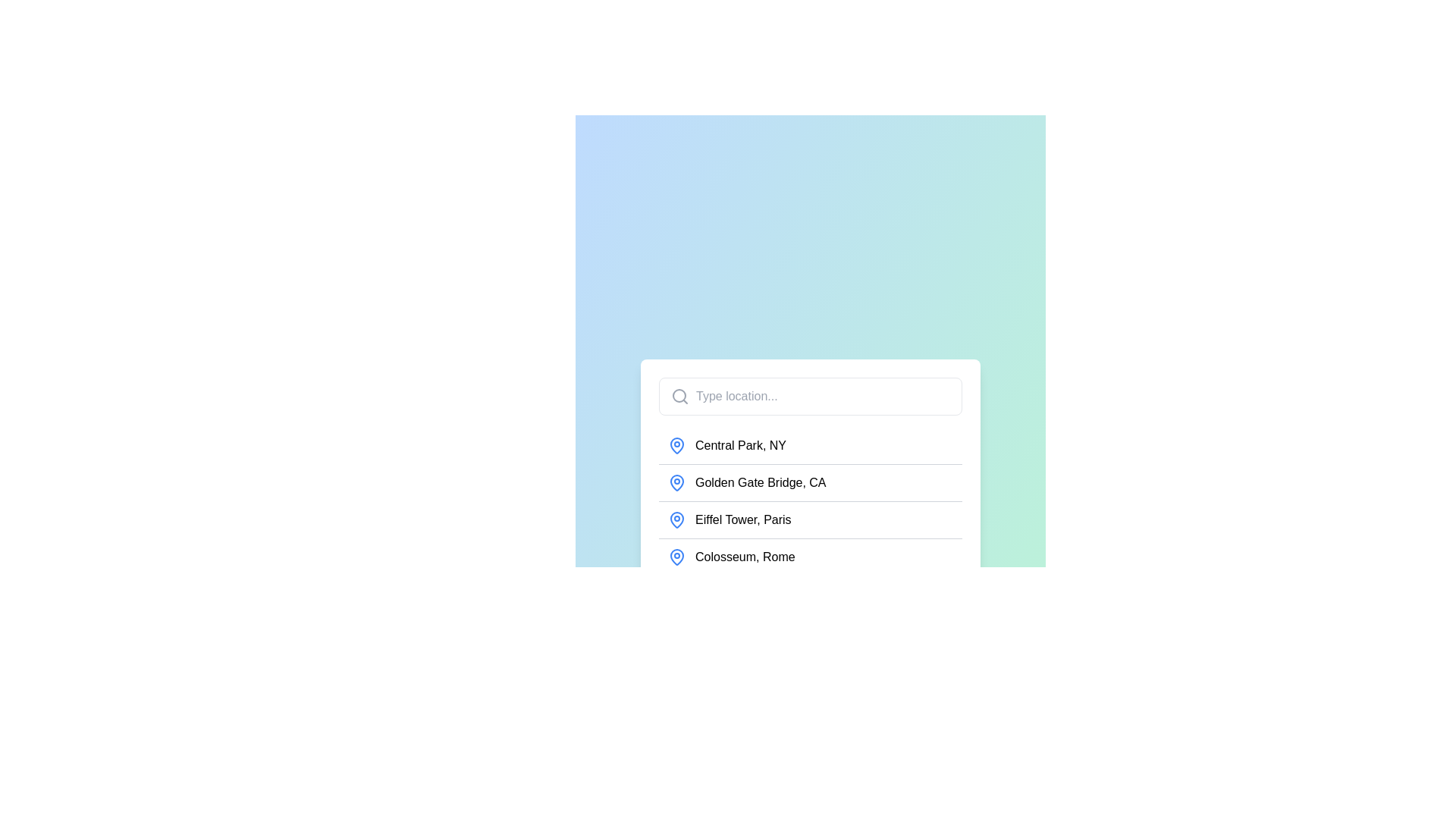  Describe the element at coordinates (679, 396) in the screenshot. I see `the search icon SVG element located at the left edge of the text input field, which serves as a visual indicator for the search functionality` at that location.